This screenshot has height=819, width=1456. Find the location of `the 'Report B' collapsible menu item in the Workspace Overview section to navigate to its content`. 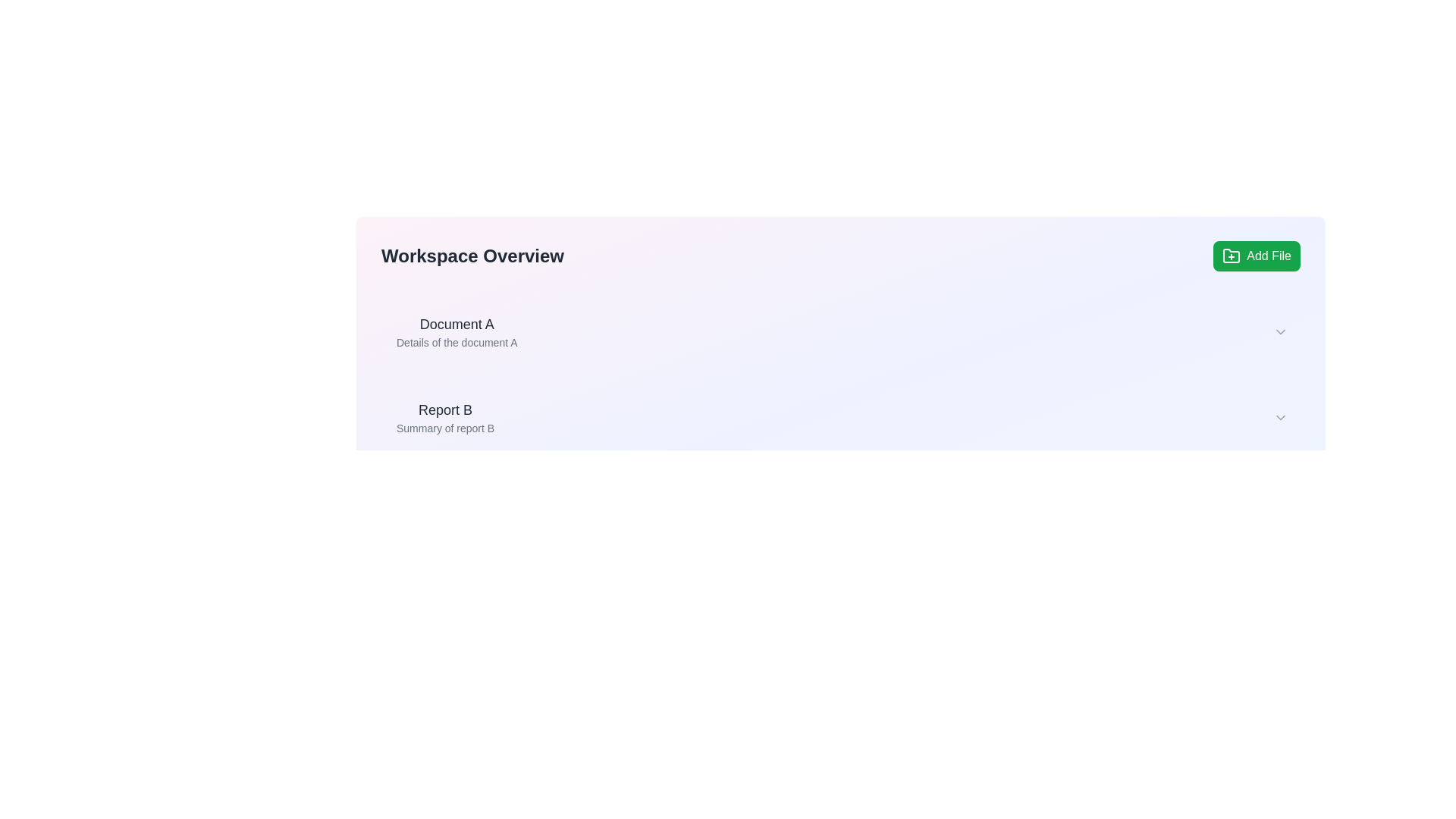

the 'Report B' collapsible menu item in the Workspace Overview section to navigate to its content is located at coordinates (841, 418).